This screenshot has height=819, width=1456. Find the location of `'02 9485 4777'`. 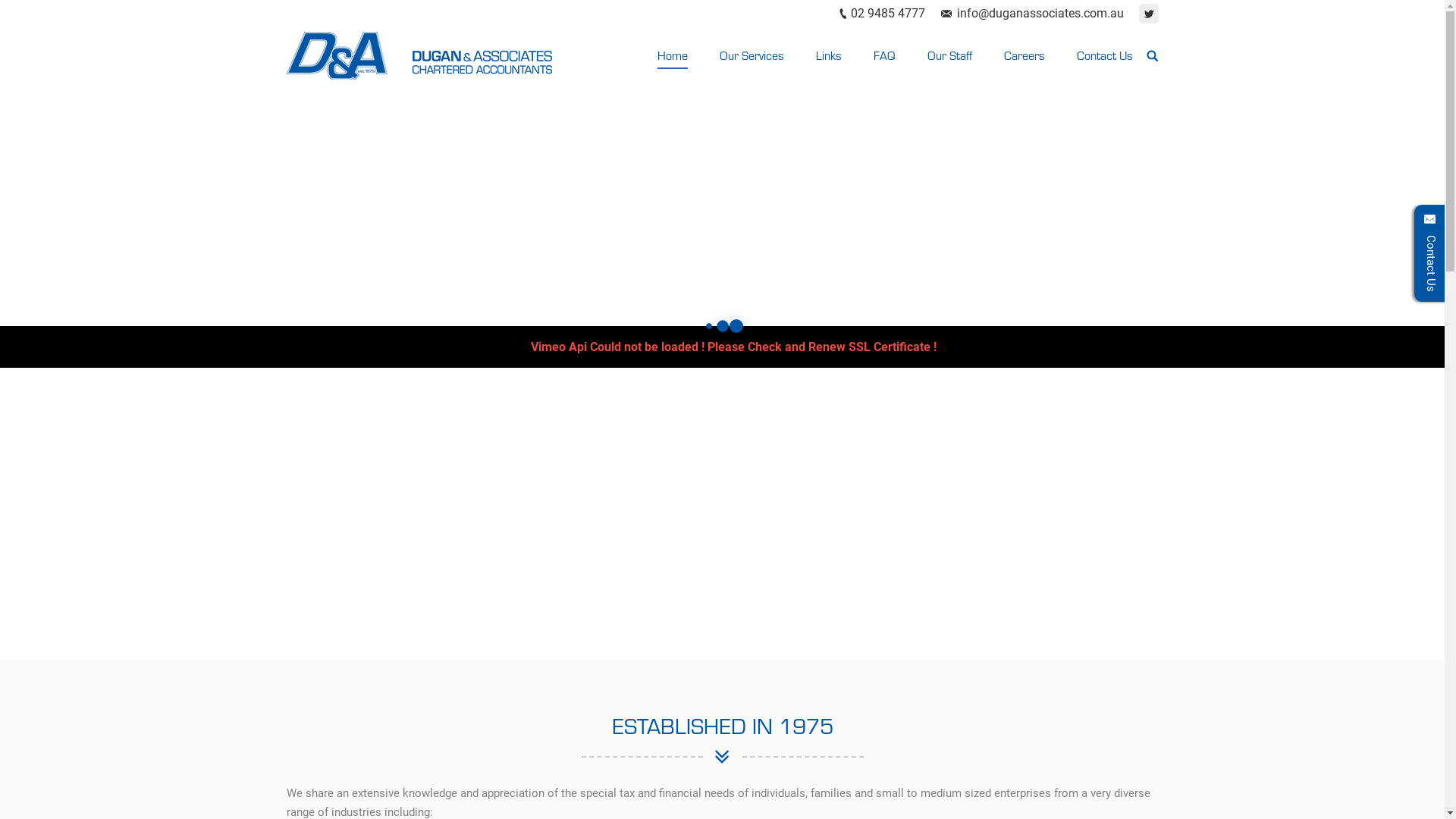

'02 9485 4777' is located at coordinates (888, 13).